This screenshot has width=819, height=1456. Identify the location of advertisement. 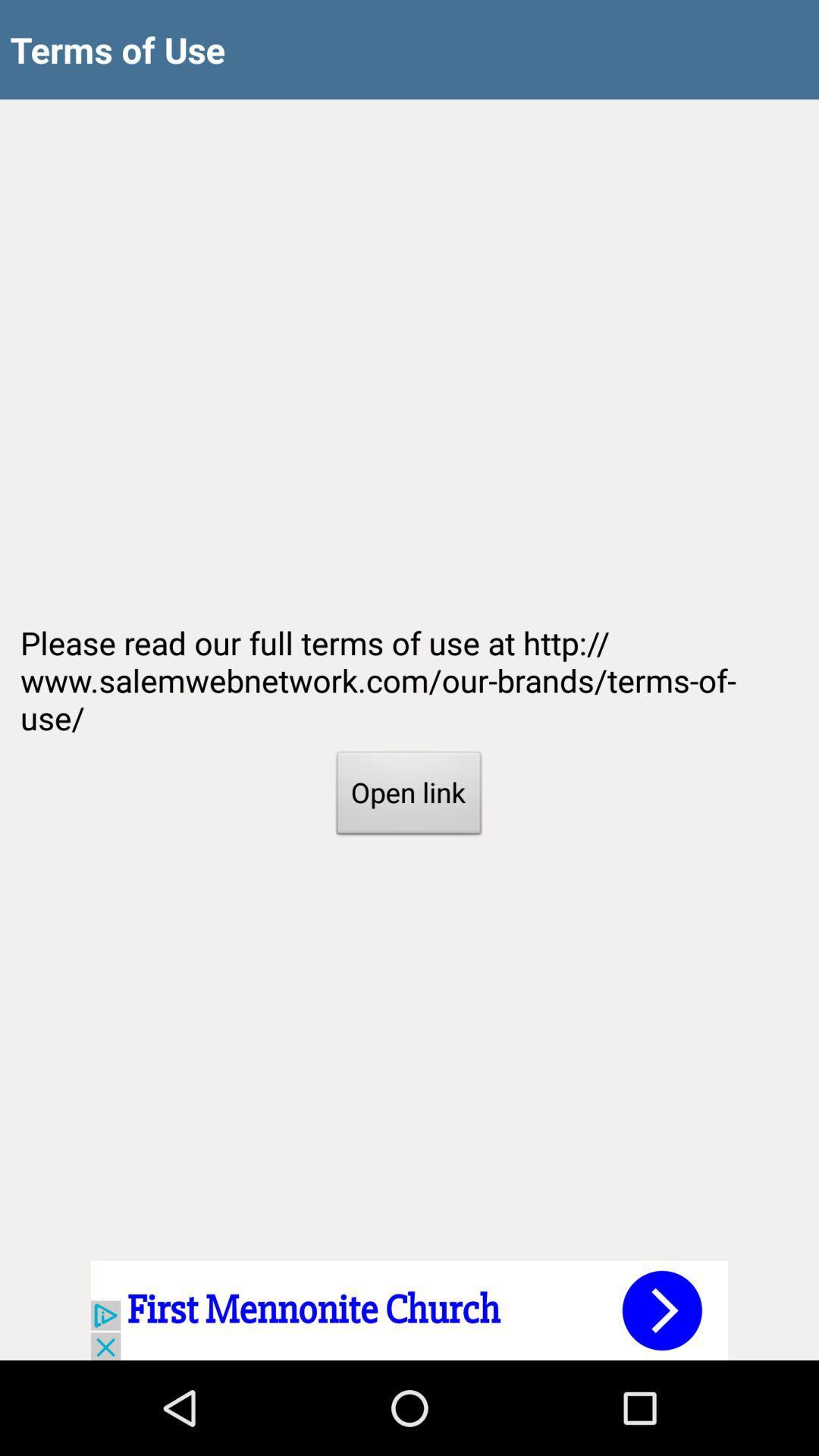
(409, 1310).